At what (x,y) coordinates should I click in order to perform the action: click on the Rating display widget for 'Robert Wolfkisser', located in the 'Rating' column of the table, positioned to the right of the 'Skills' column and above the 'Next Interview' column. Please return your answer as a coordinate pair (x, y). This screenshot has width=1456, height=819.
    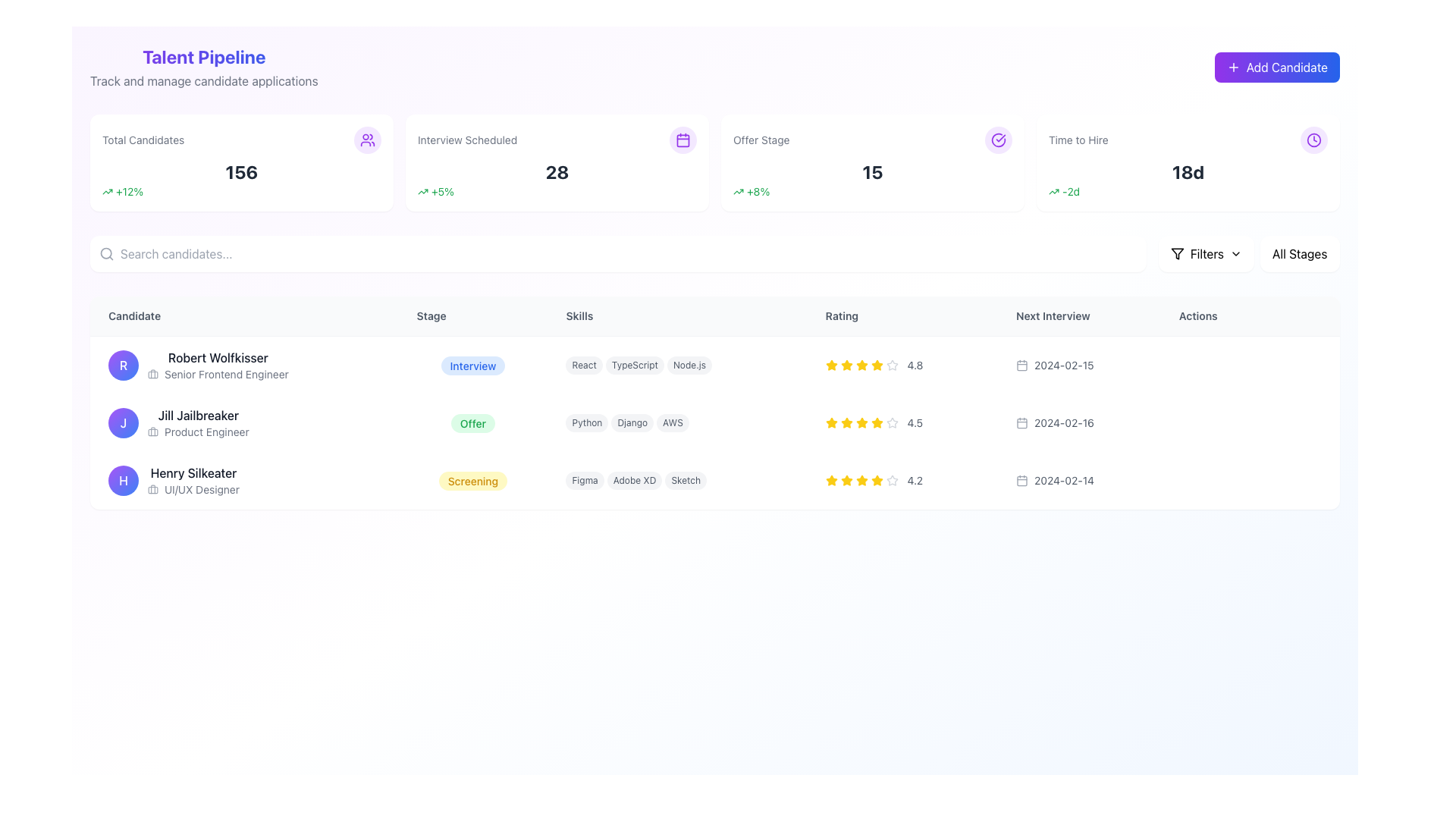
    Looking at the image, I should click on (902, 366).